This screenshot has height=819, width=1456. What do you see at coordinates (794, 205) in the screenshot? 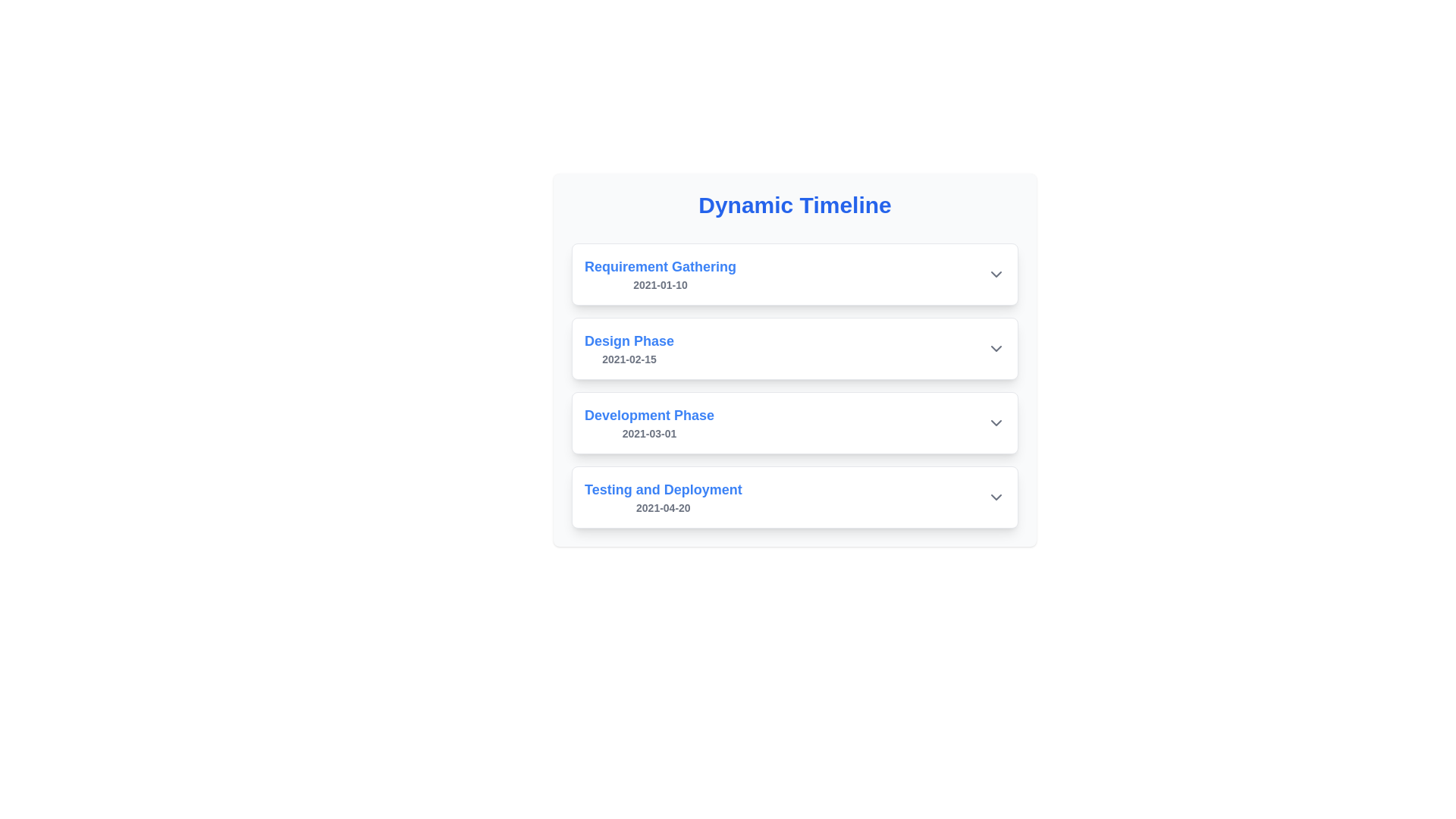
I see `the text label that serves as the title or header of the timeline component, positioned at the top of a white rectangular card, indicating the content below` at bounding box center [794, 205].